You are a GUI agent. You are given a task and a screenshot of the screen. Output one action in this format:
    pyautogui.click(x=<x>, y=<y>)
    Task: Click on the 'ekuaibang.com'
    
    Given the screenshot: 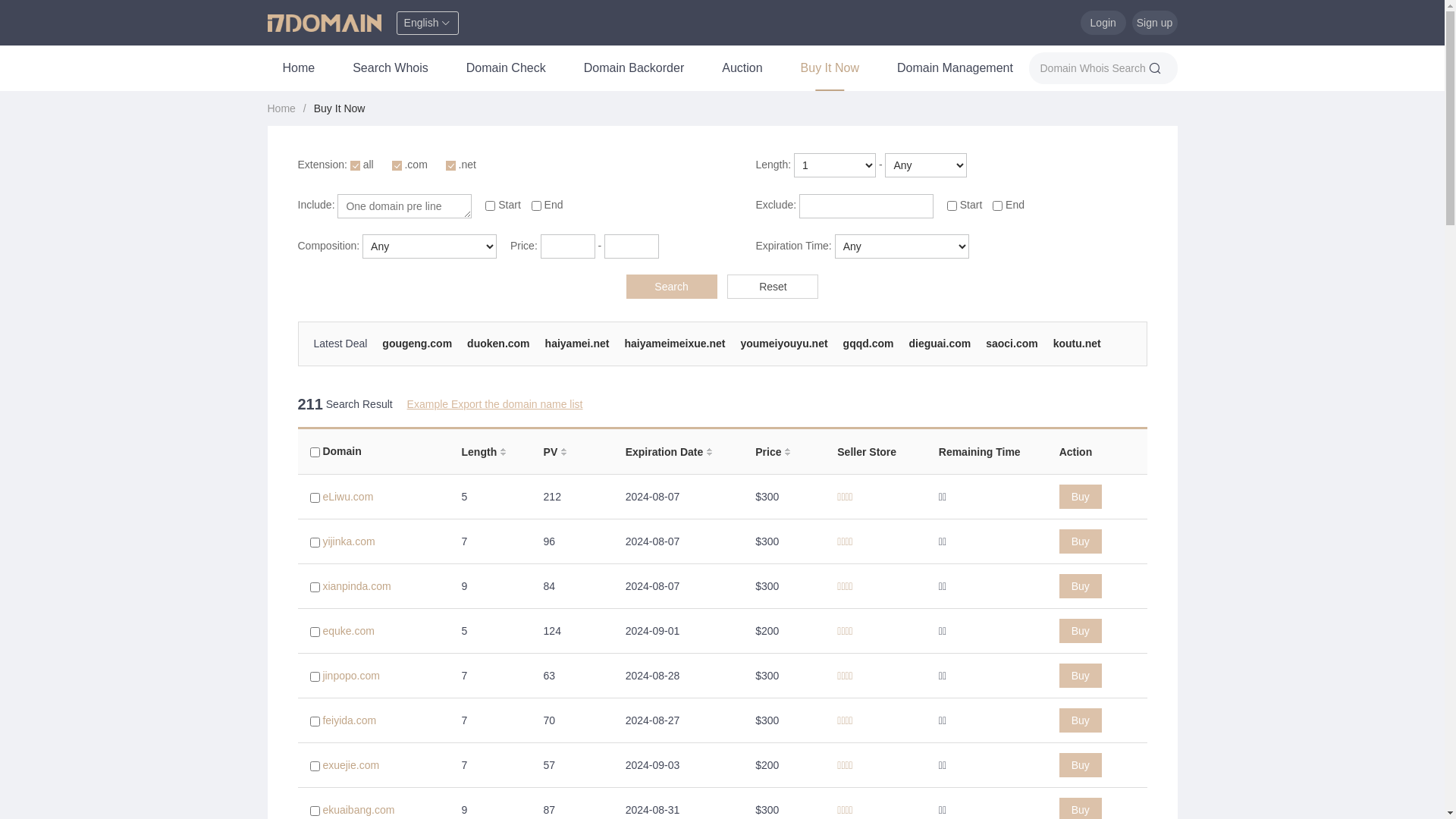 What is the action you would take?
    pyautogui.click(x=357, y=809)
    